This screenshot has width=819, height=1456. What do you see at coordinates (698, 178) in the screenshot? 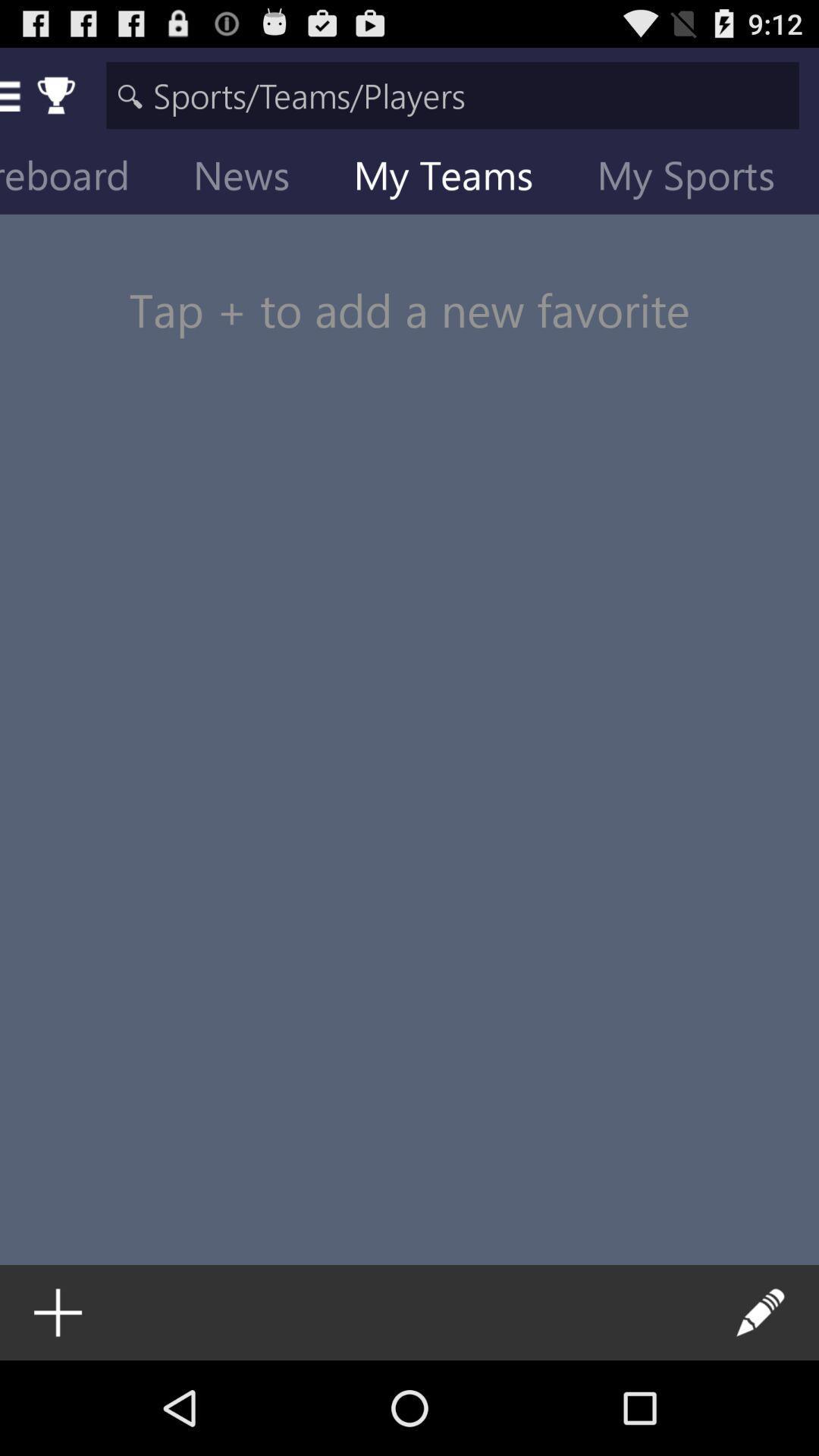
I see `icon above the tap to add icon` at bounding box center [698, 178].